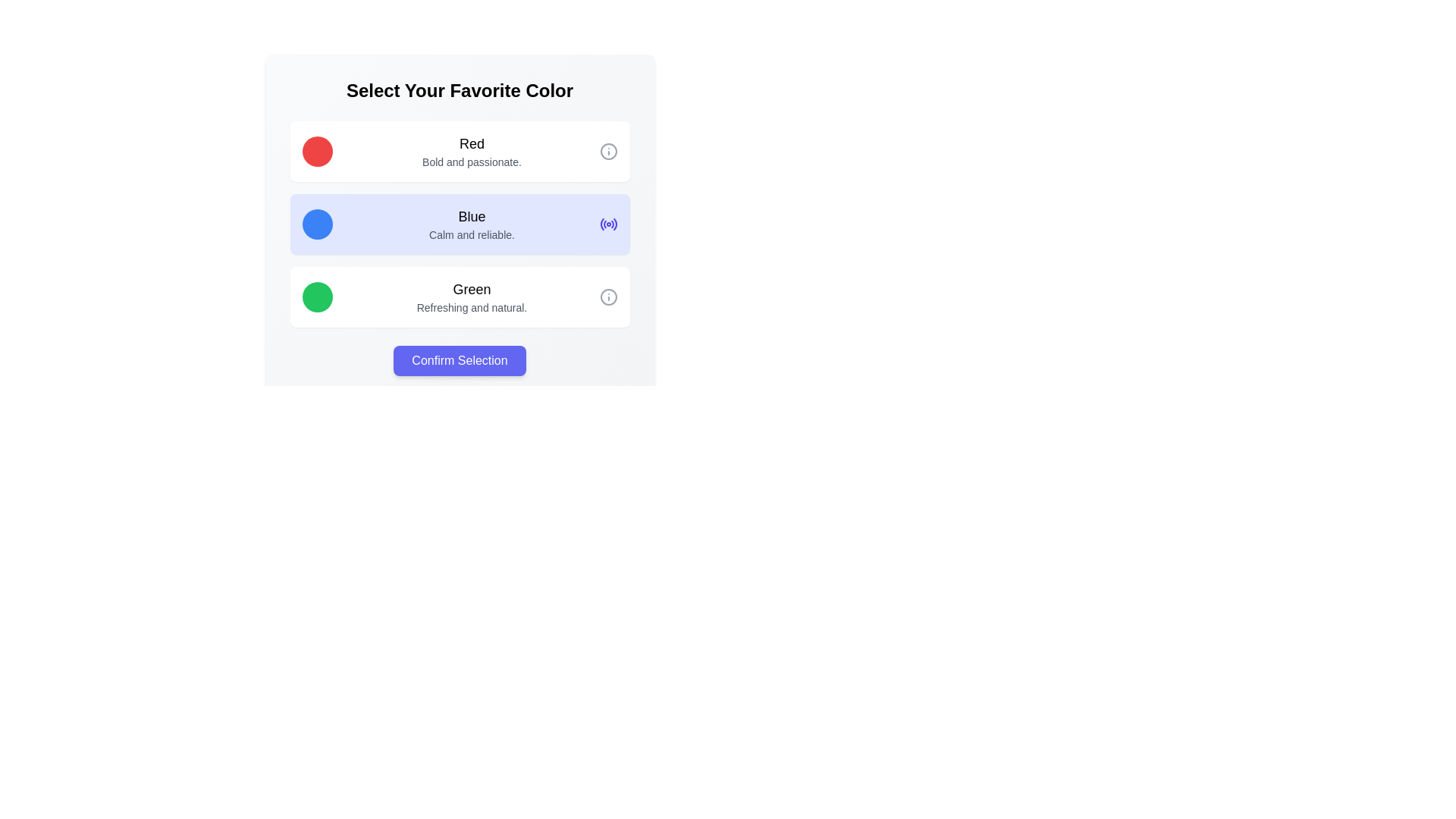 This screenshot has height=819, width=1456. Describe the element at coordinates (471, 162) in the screenshot. I see `descriptive text element located directly below the heading labeled 'Red', which provides additional information about the 'Red' option` at that location.